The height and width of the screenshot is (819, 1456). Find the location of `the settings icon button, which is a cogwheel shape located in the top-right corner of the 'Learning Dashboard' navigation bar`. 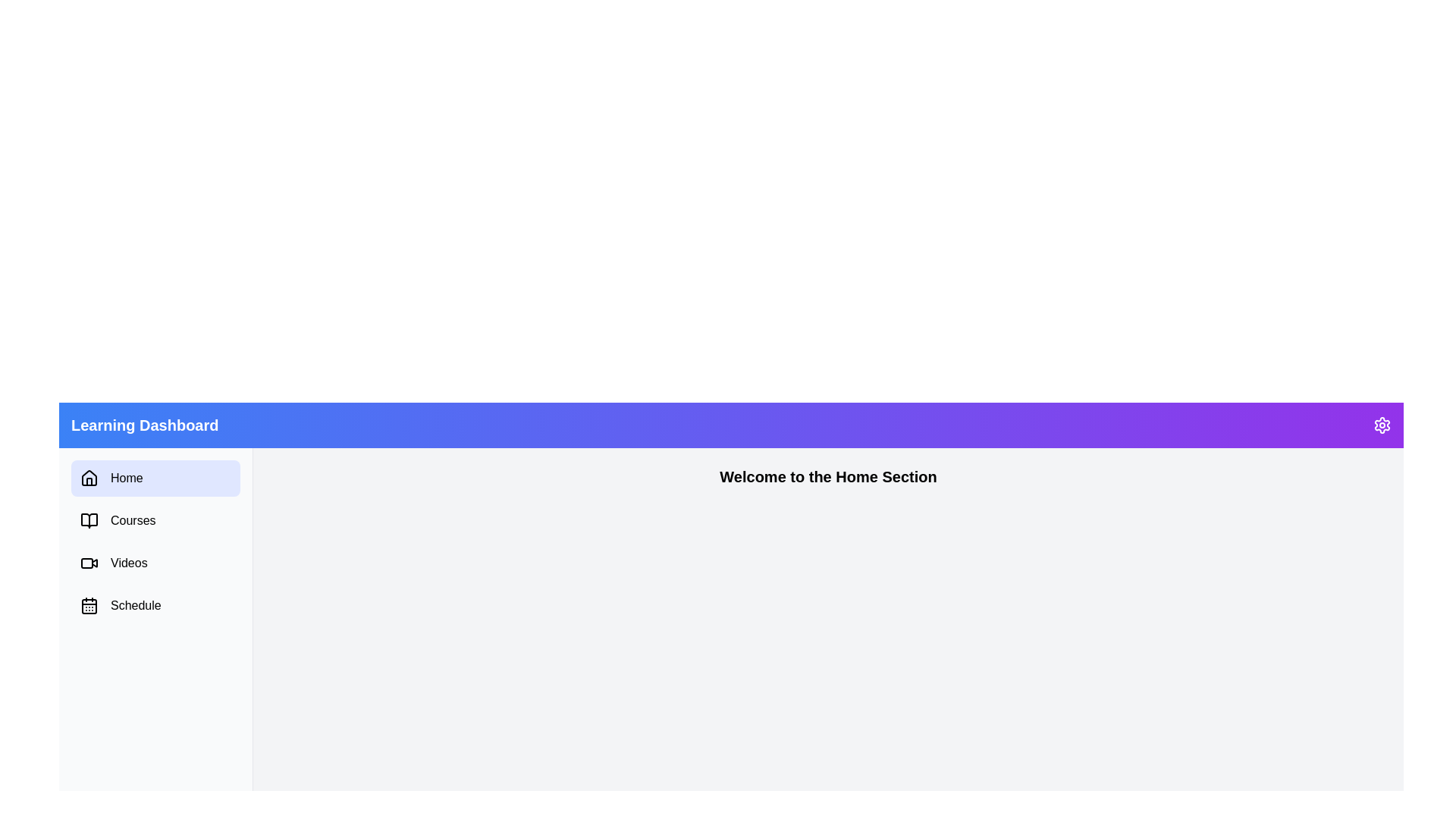

the settings icon button, which is a cogwheel shape located in the top-right corner of the 'Learning Dashboard' navigation bar is located at coordinates (1382, 425).